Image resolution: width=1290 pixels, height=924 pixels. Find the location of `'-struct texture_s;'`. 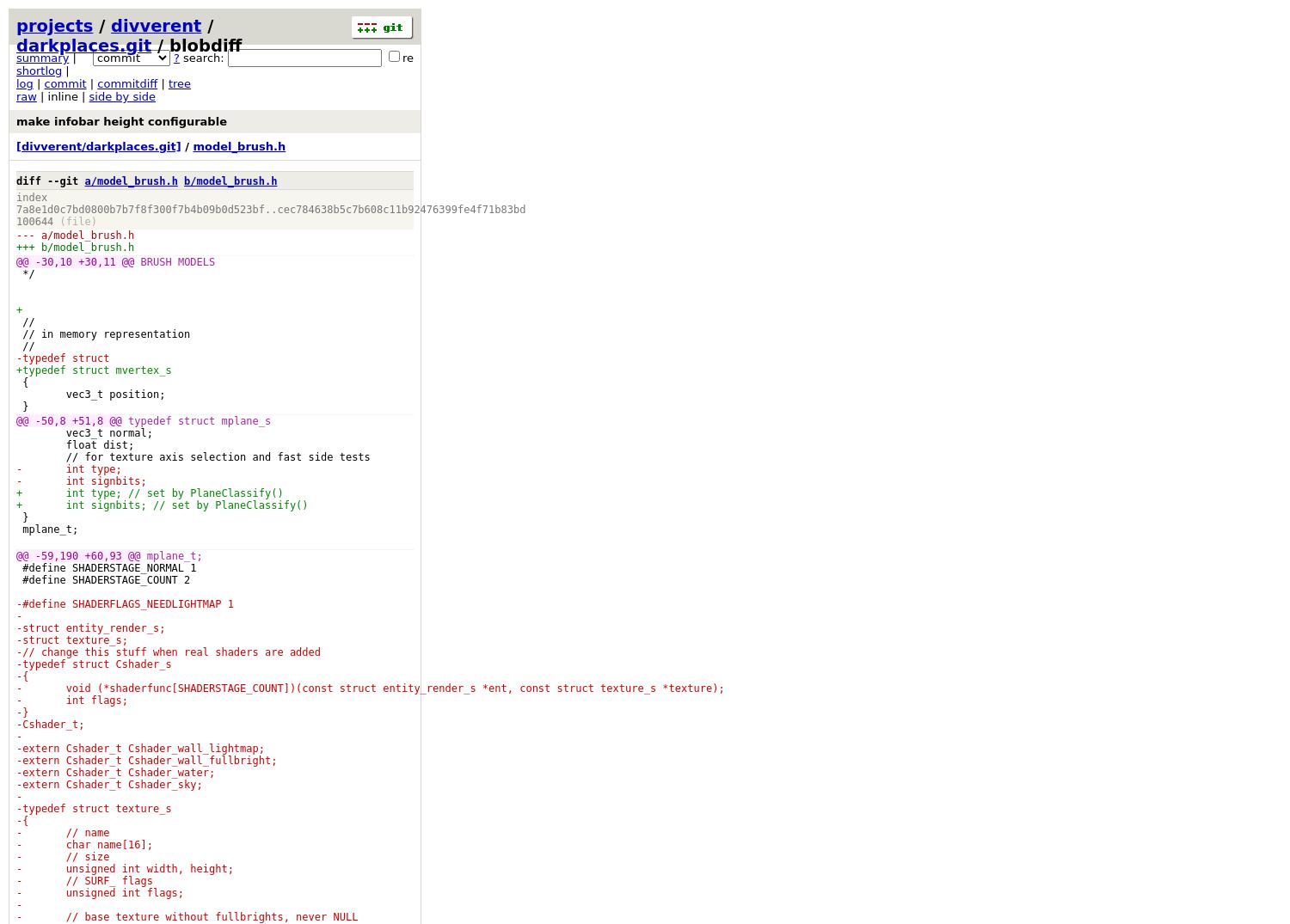

'-struct texture_s;' is located at coordinates (71, 639).